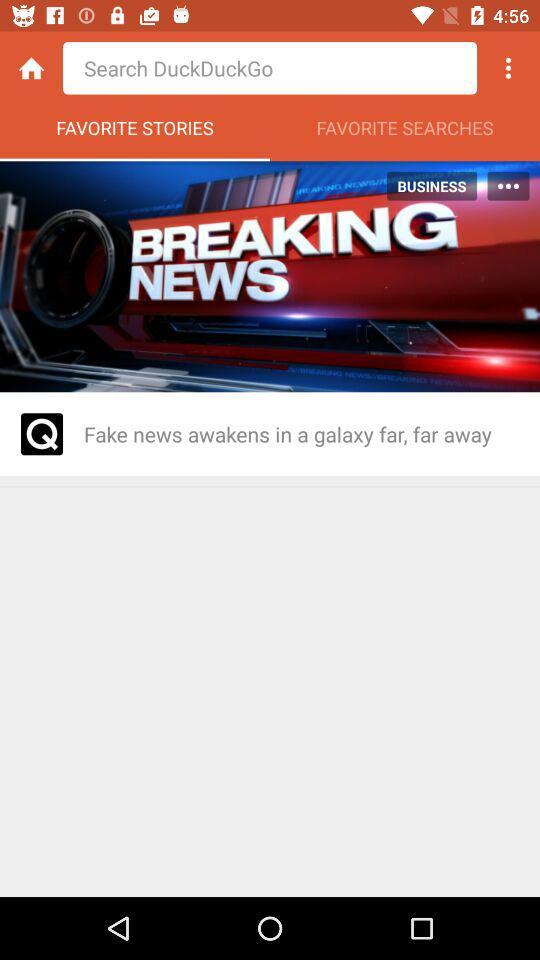 Image resolution: width=540 pixels, height=960 pixels. What do you see at coordinates (135, 132) in the screenshot?
I see `the icon next to the favorite searches icon` at bounding box center [135, 132].